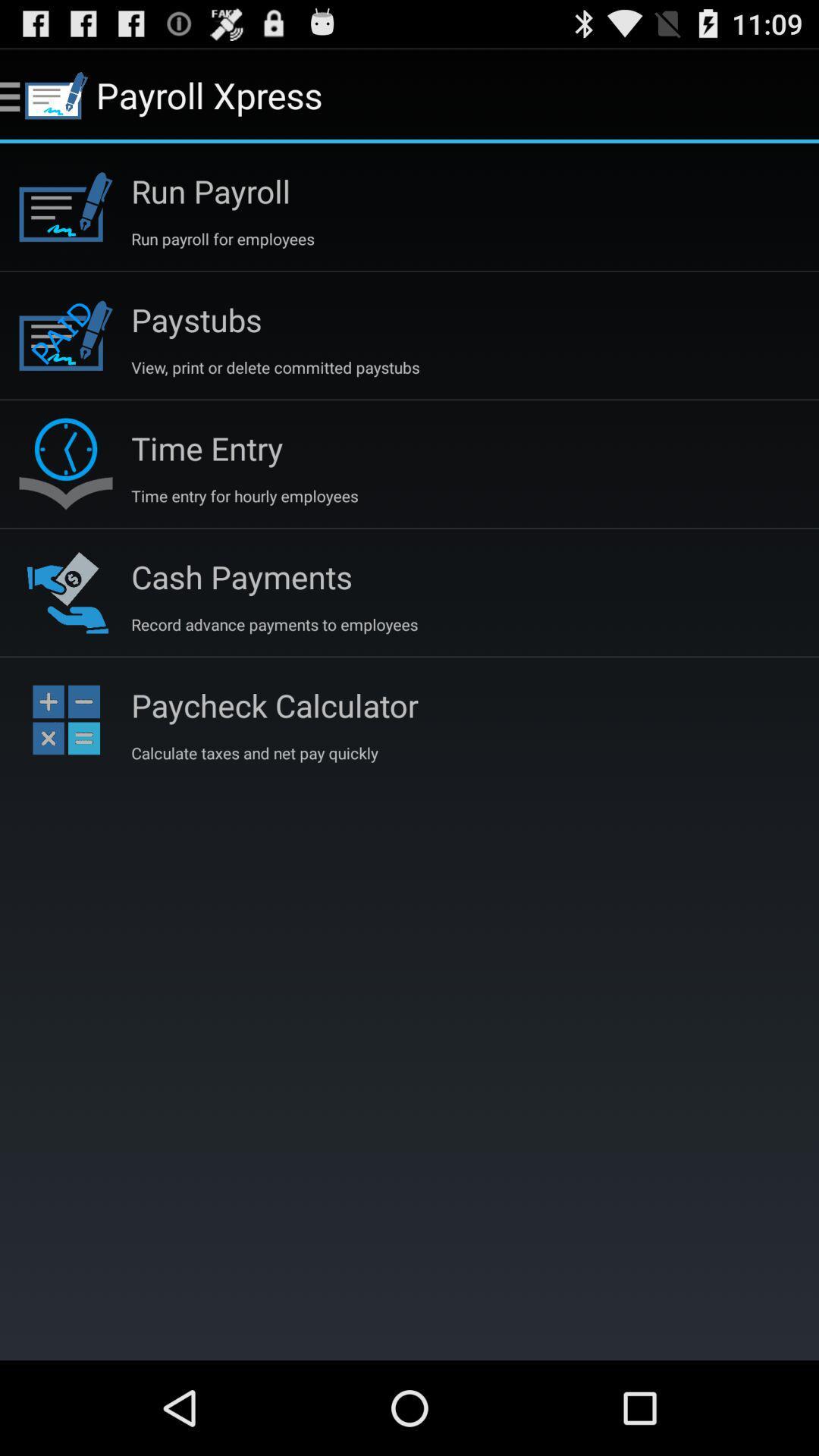 The width and height of the screenshot is (819, 1456). What do you see at coordinates (275, 624) in the screenshot?
I see `record advance payments item` at bounding box center [275, 624].